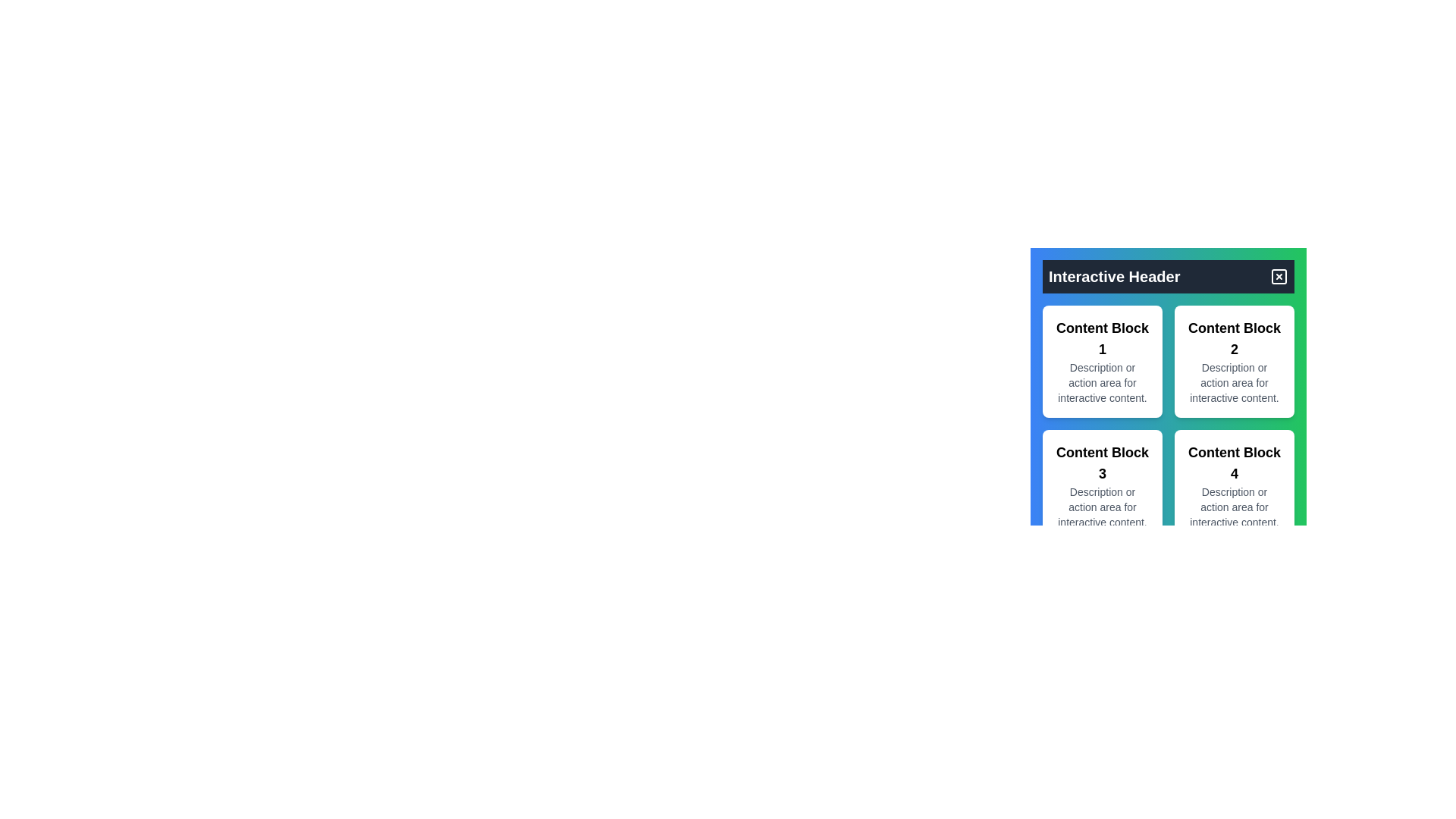  What do you see at coordinates (1103, 382) in the screenshot?
I see `text block containing 'Description or action area for interactive content.' which is positioned under the heading 'Content Block 1' within a white card` at bounding box center [1103, 382].